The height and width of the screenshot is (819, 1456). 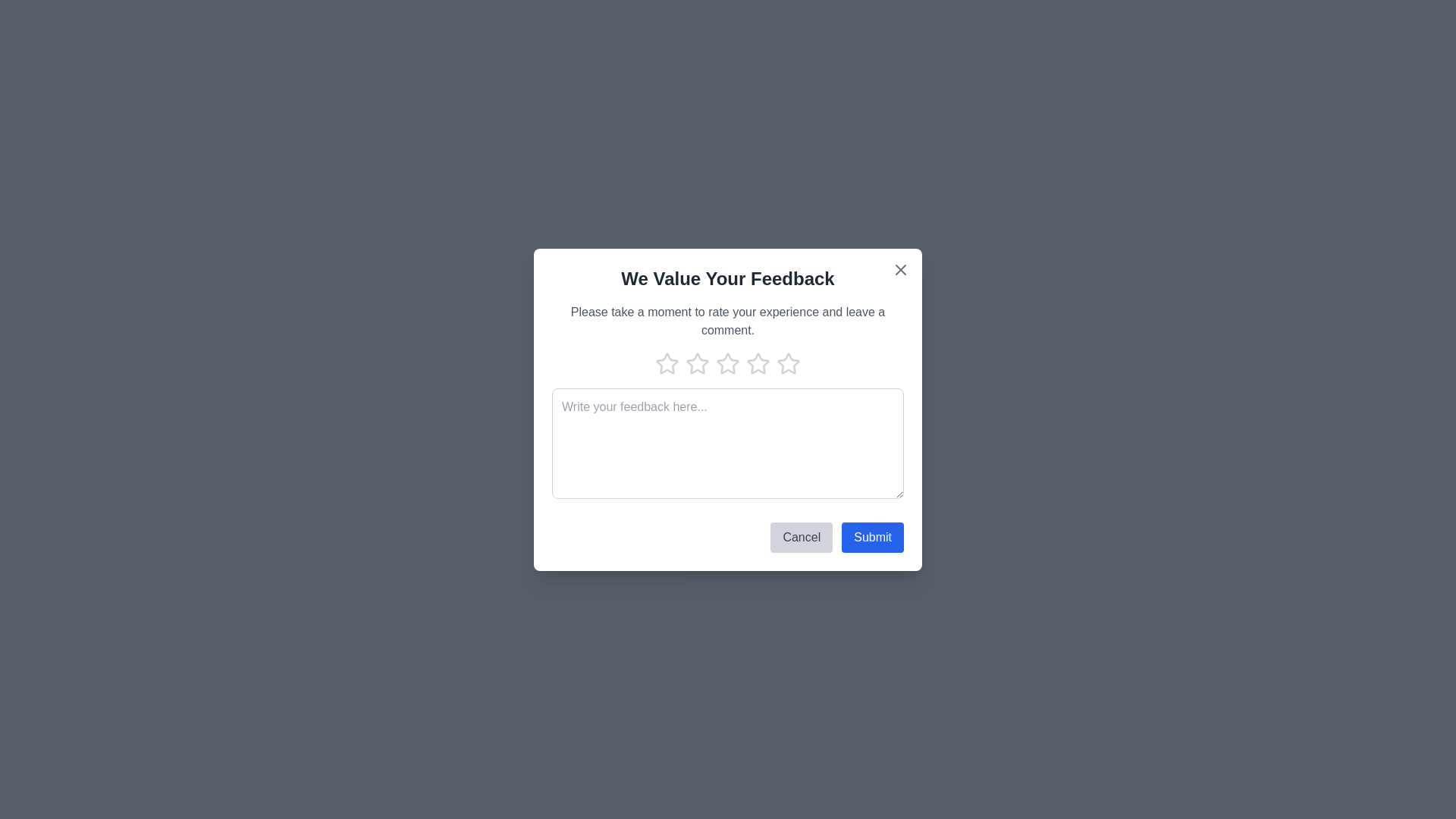 I want to click on the fourth star in the series of five hollow star icons, styled in light gray, so click(x=789, y=362).